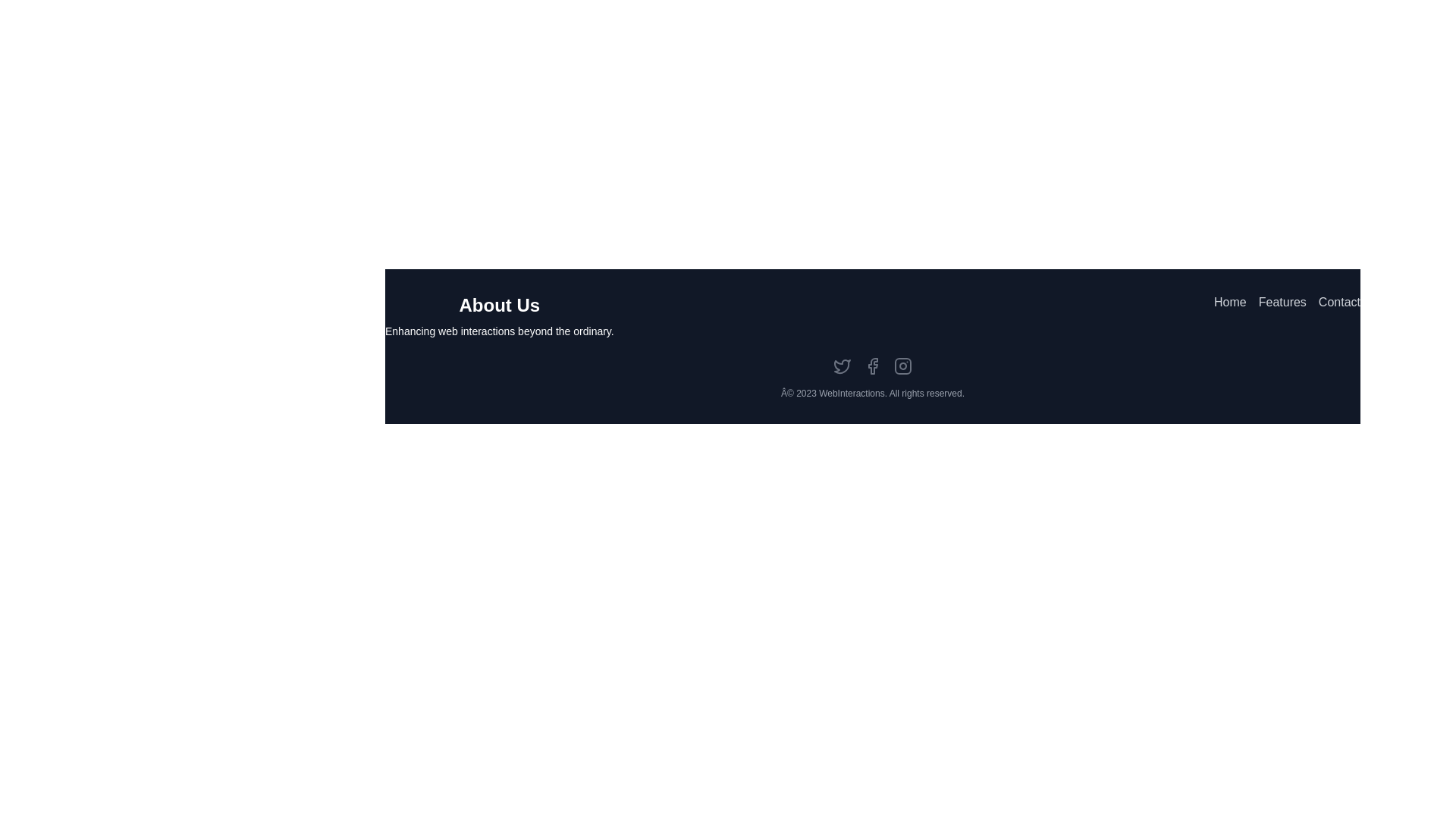  I want to click on the Instagram icon button, which is a gray rounded square with a circular camera lens, so click(902, 366).